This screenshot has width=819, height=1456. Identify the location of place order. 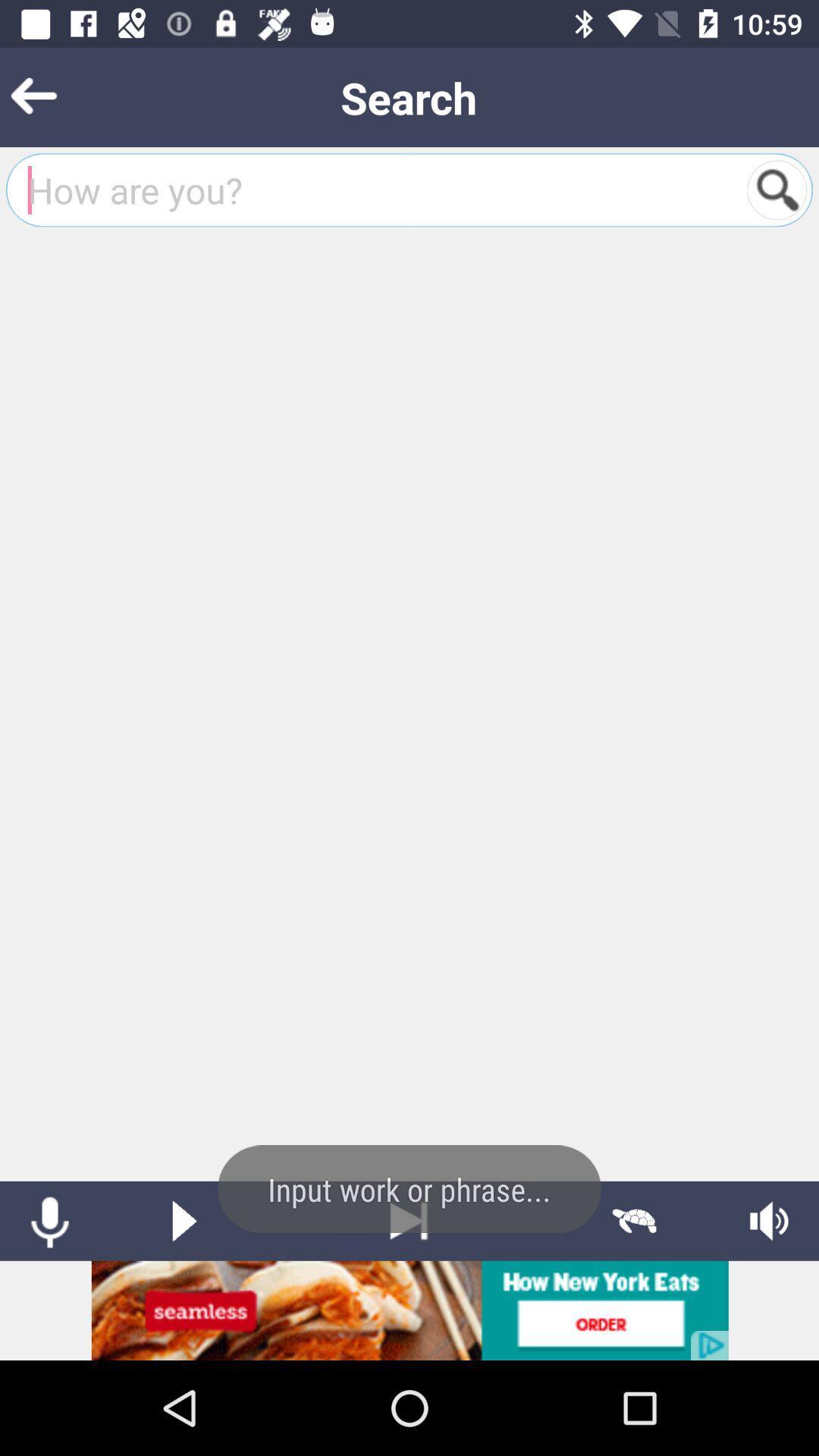
(409, 1310).